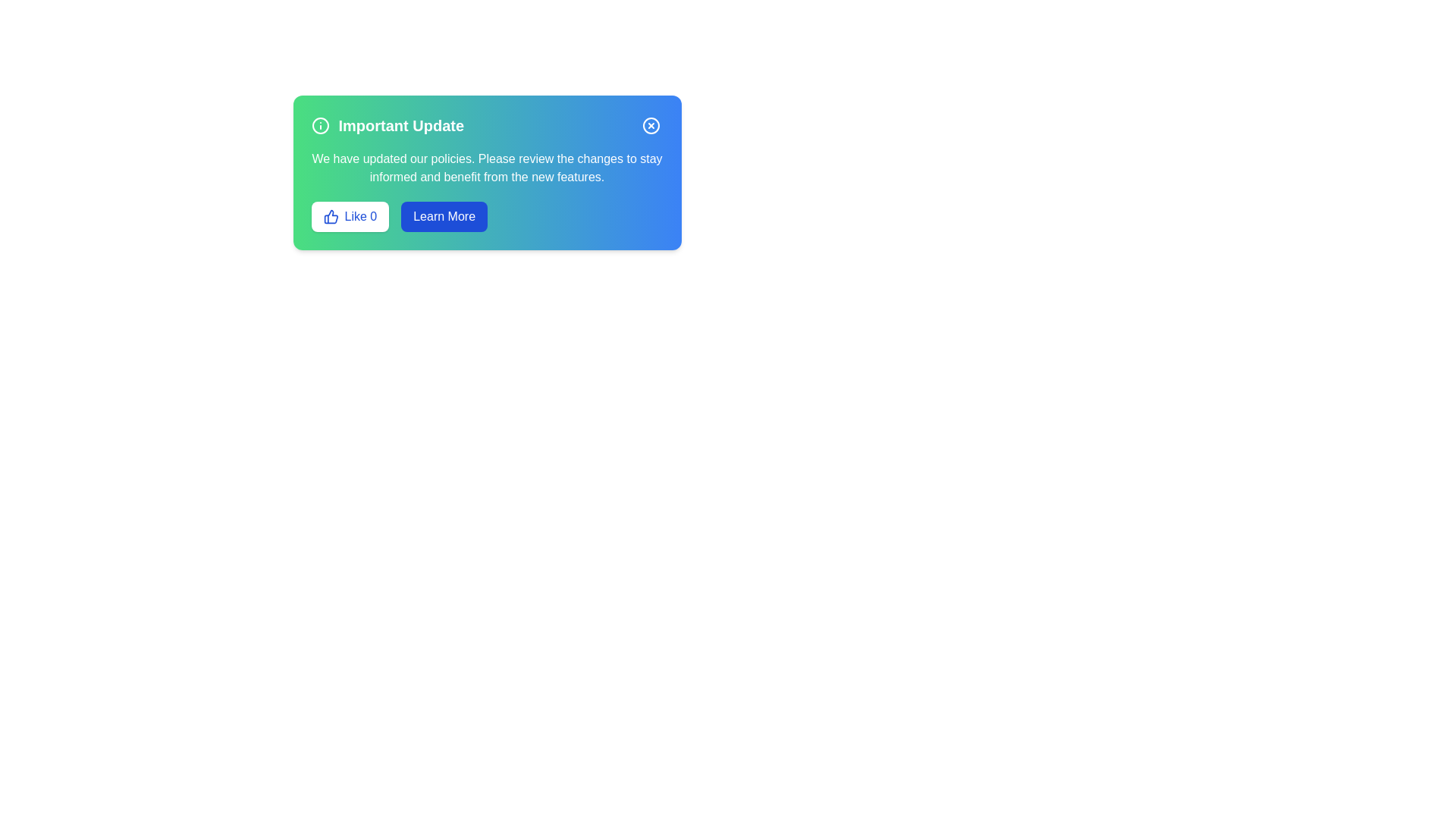 This screenshot has width=1456, height=819. I want to click on the close button to hide the alert, so click(651, 124).